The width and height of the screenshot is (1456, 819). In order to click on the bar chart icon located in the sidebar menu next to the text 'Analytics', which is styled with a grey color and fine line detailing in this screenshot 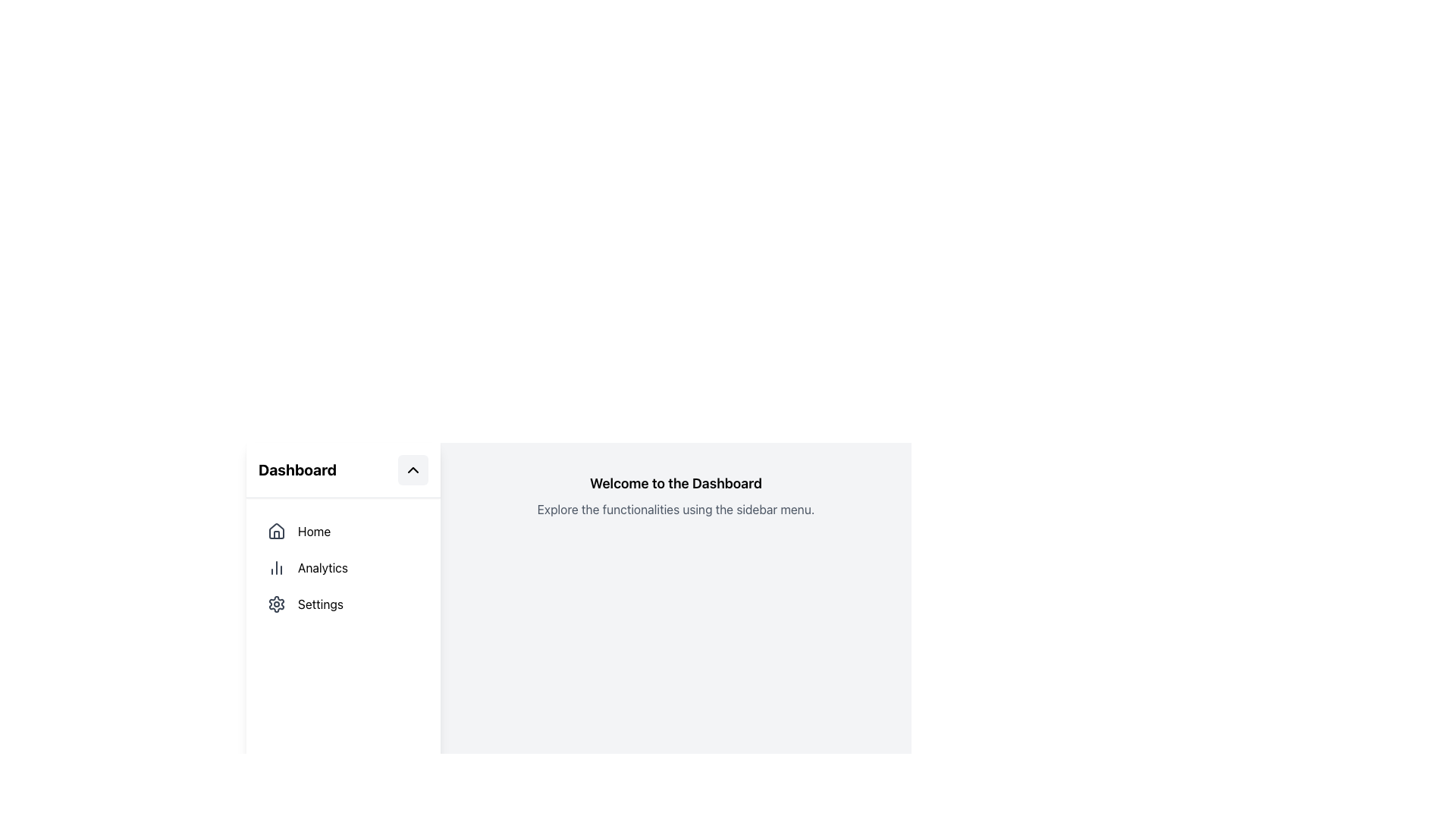, I will do `click(276, 567)`.